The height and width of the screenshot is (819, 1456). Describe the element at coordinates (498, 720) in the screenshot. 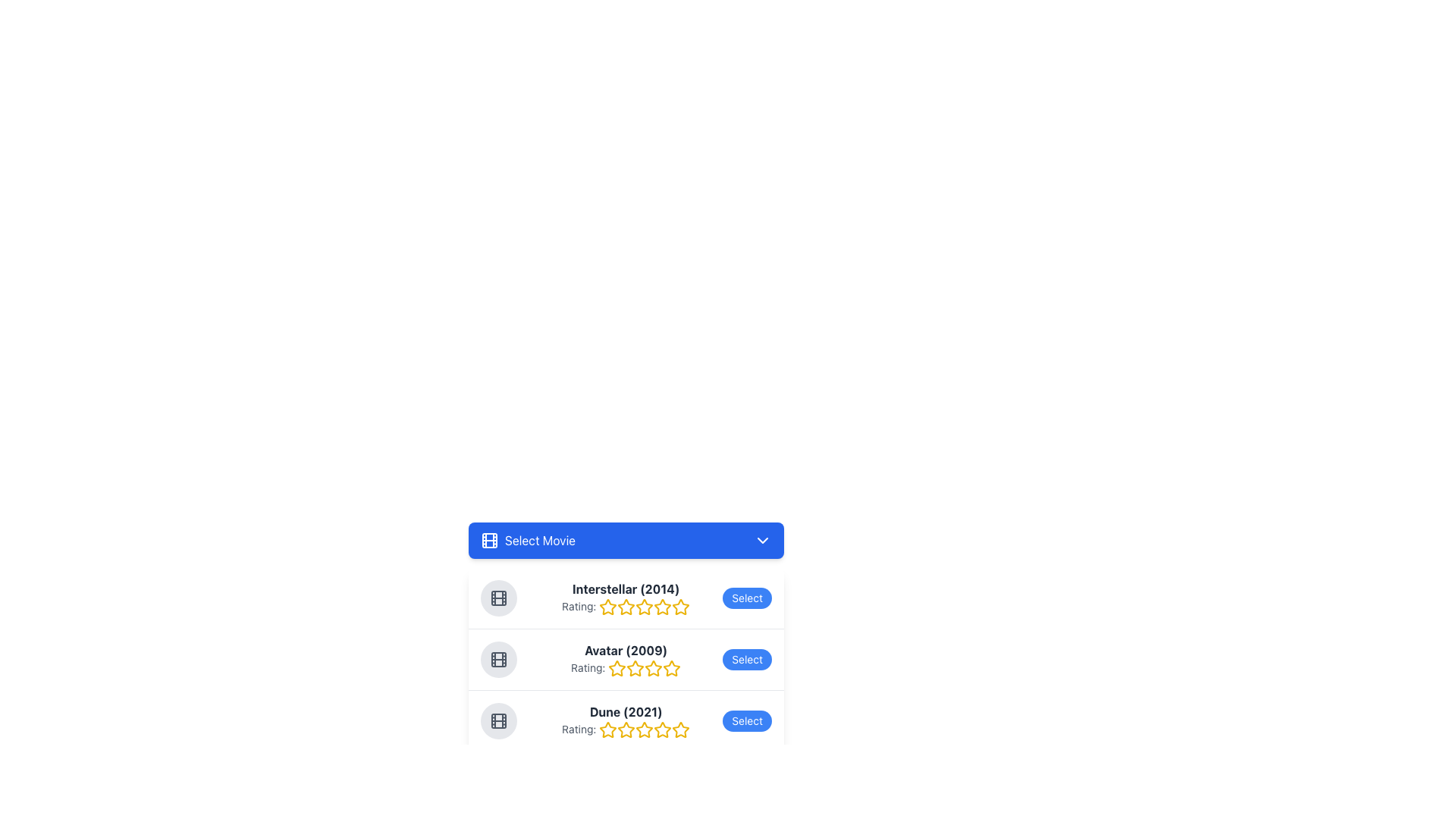

I see `the rectangular UI element with a light gray background and rounded edges located within the bottom-most film reel icon in the 'Select Movie' dropdown` at that location.